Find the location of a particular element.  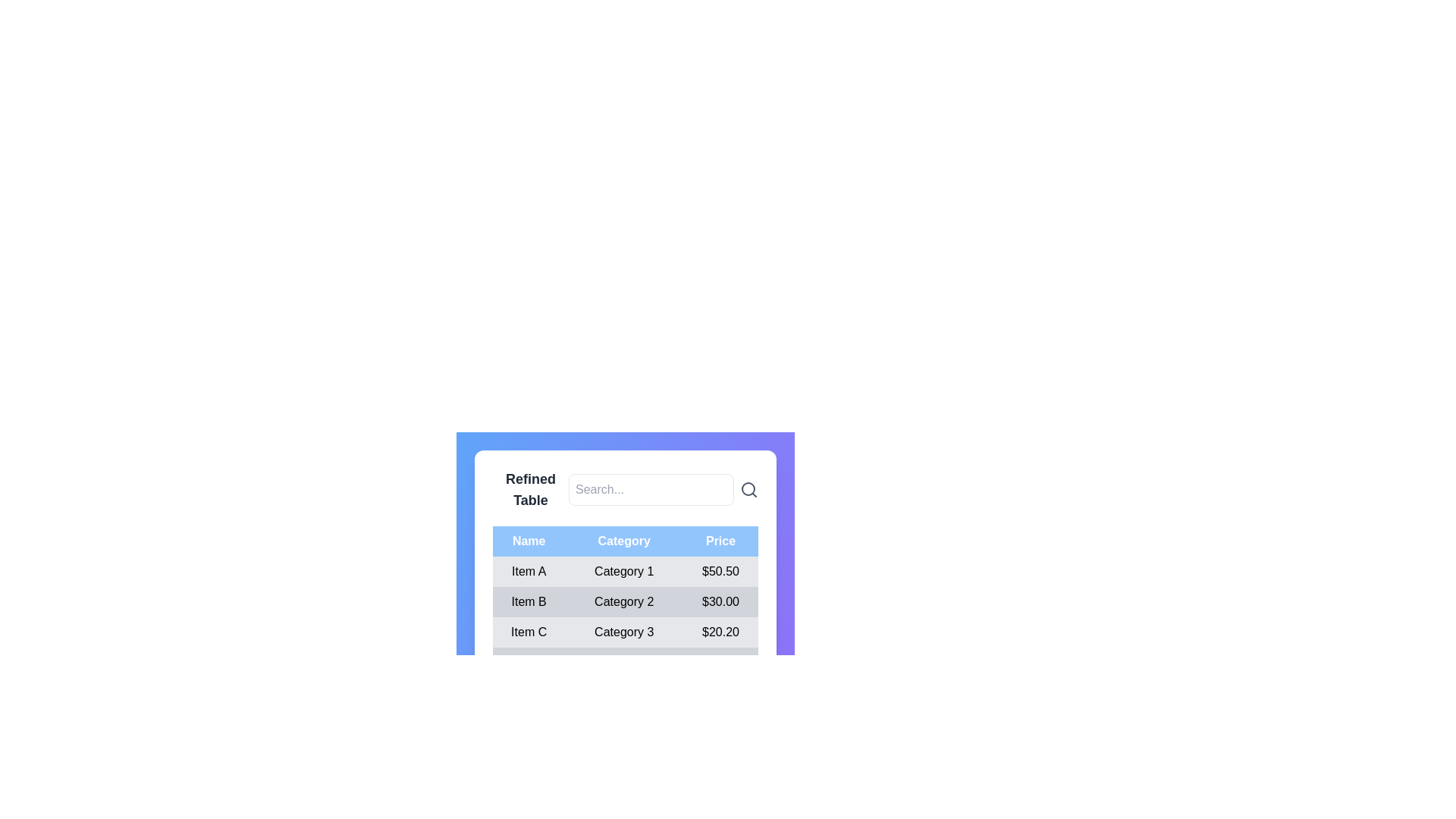

the Table Header Row, which is a horizontal bar with a light blue background containing the text items 'Name,' 'Category,' and 'Price.' is located at coordinates (626, 540).